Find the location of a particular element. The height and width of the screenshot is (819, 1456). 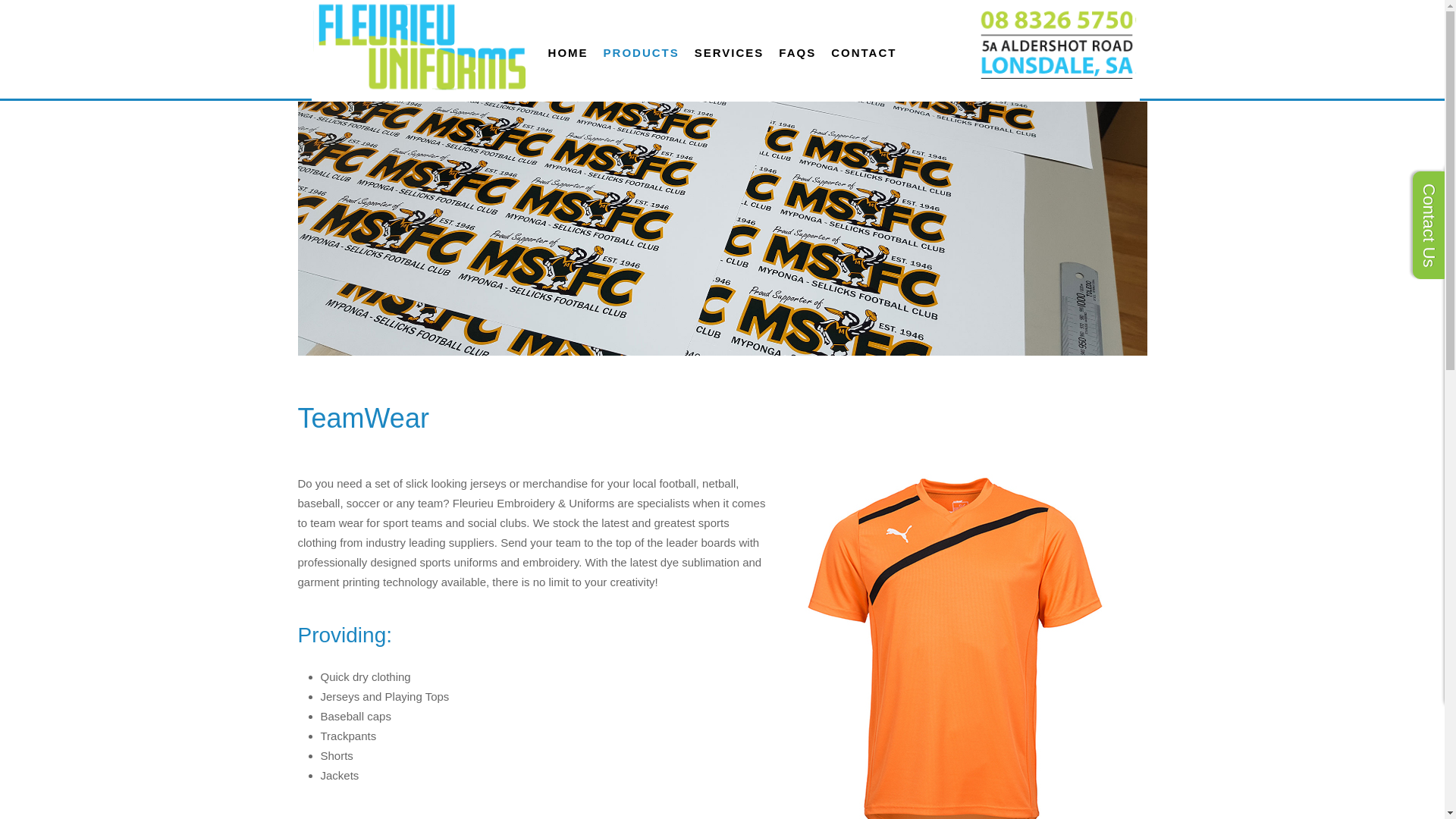

'CONTACT' is located at coordinates (863, 52).